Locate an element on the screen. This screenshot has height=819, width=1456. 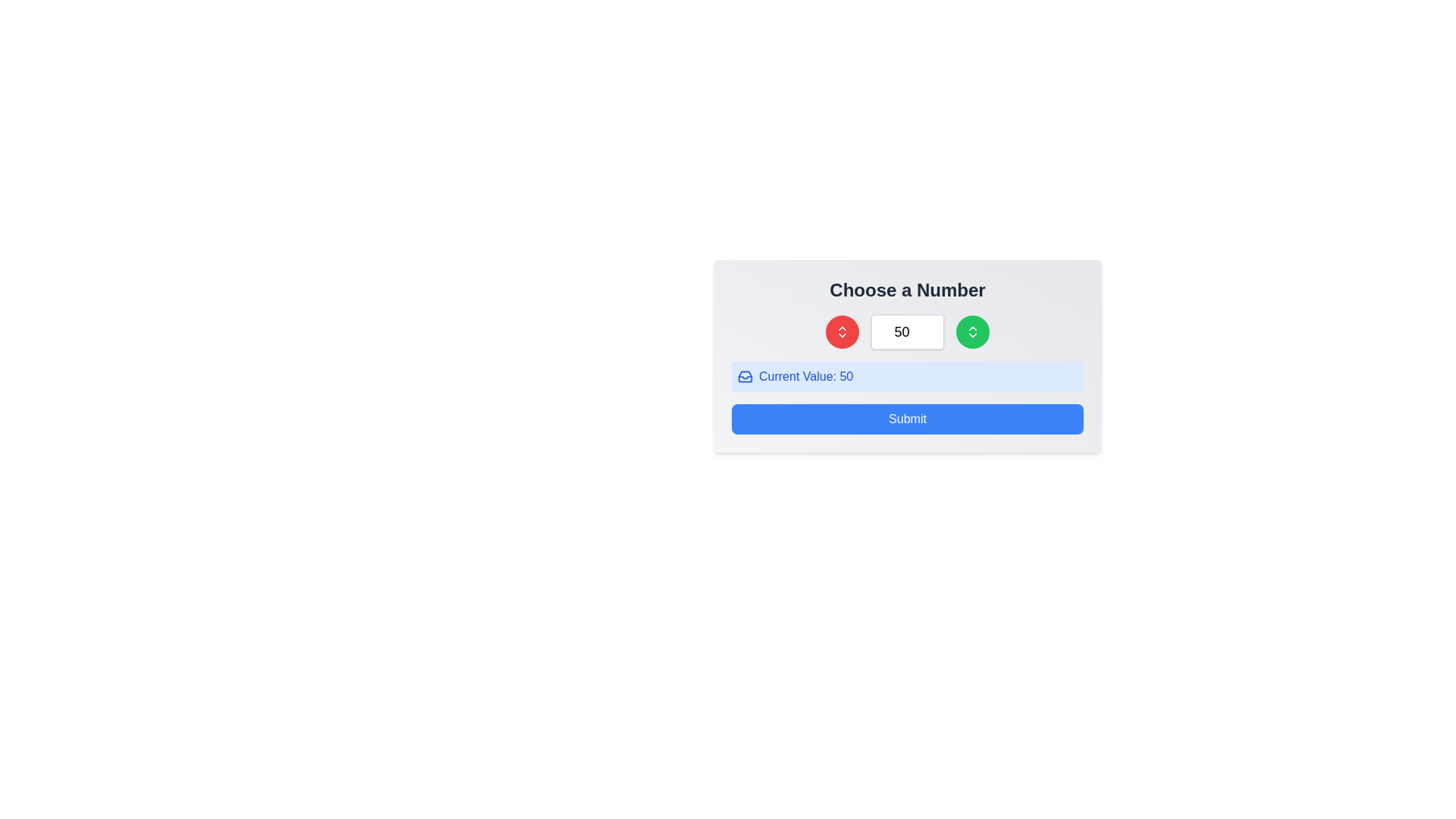
the button located is located at coordinates (972, 331).